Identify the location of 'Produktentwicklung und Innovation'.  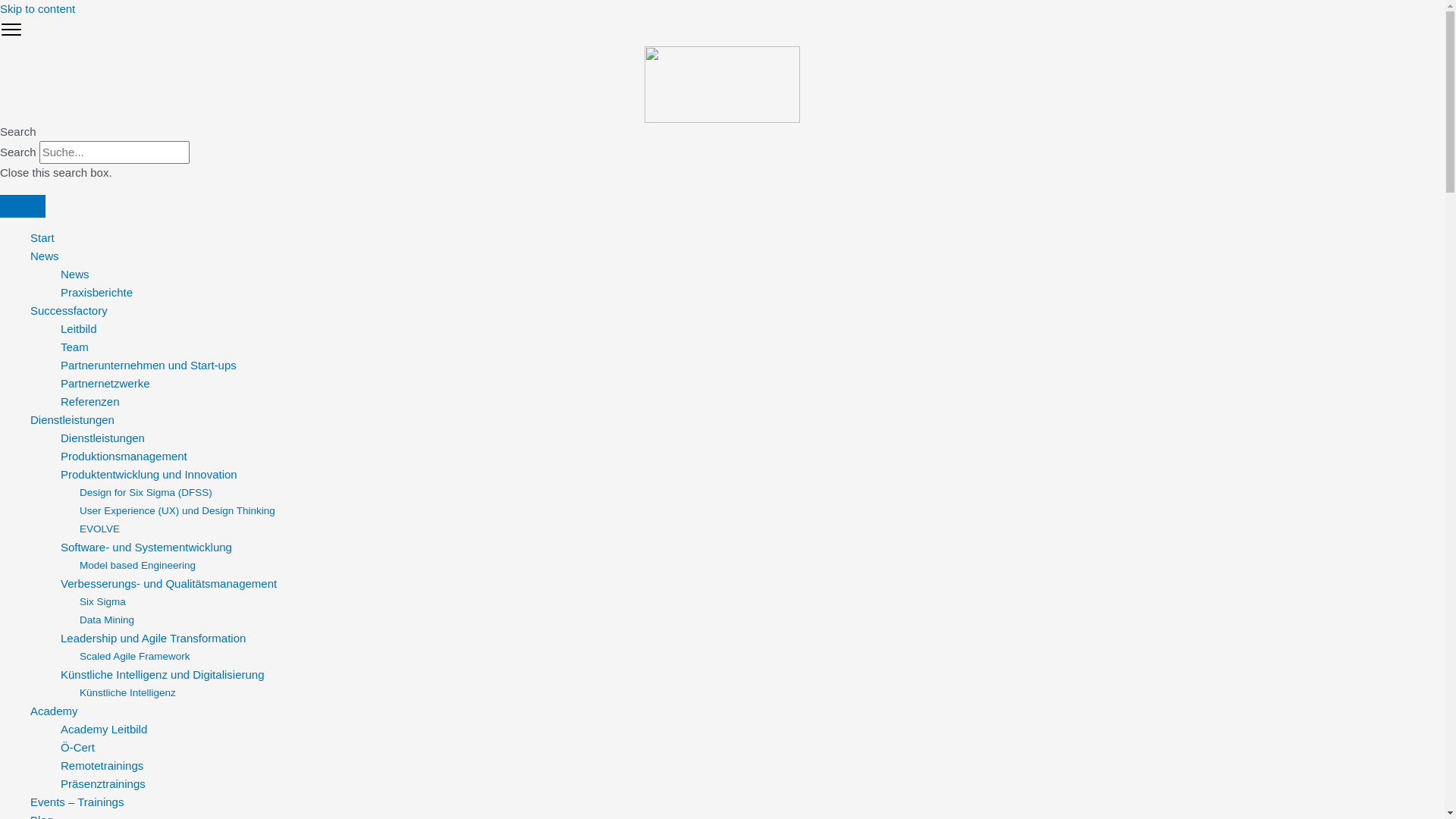
(149, 473).